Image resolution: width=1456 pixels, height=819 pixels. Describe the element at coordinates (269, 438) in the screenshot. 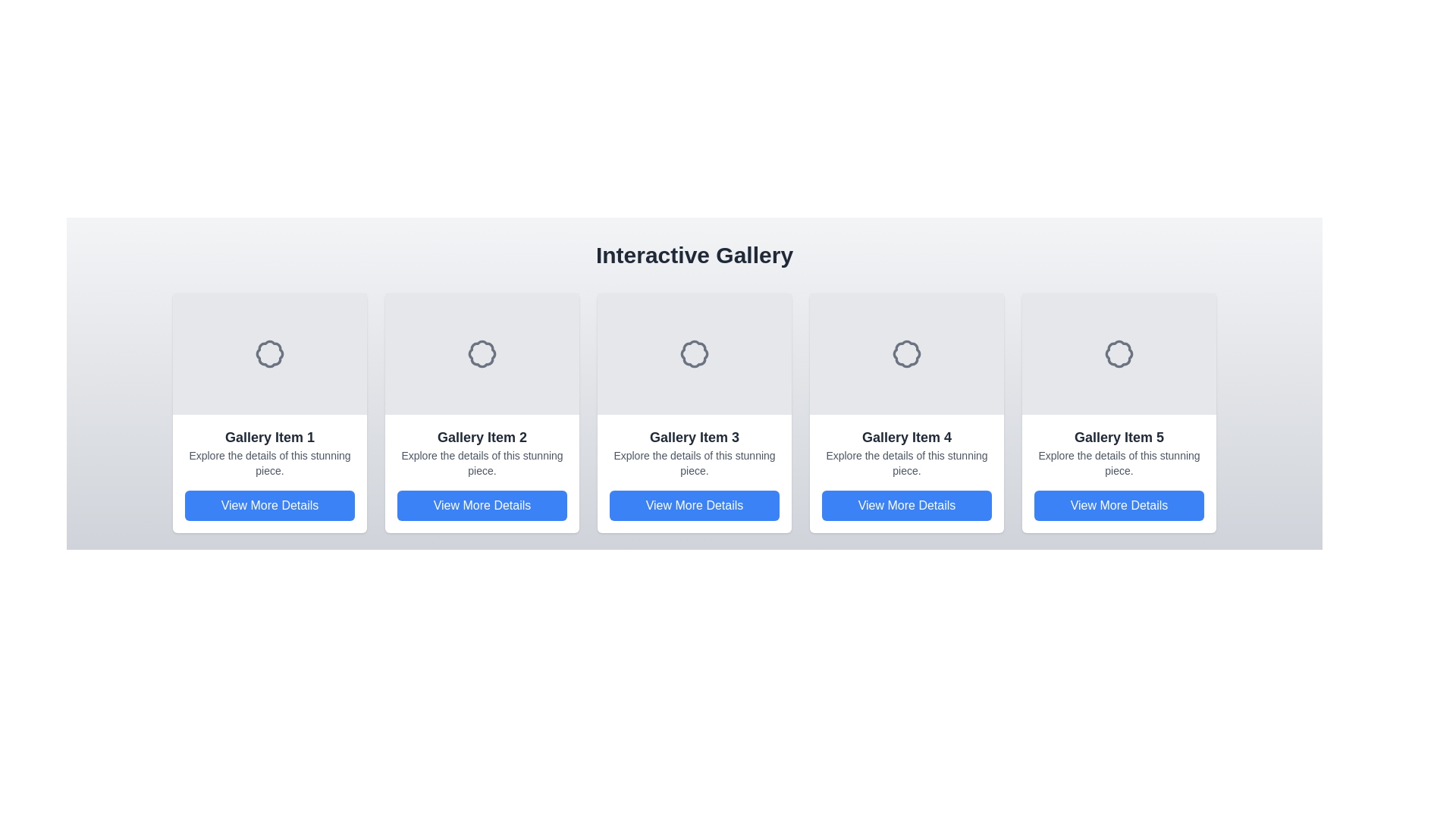

I see `text 'Gallery Item 1' which is styled in bold and prominently located at the top of the first card in the grid layout` at that location.